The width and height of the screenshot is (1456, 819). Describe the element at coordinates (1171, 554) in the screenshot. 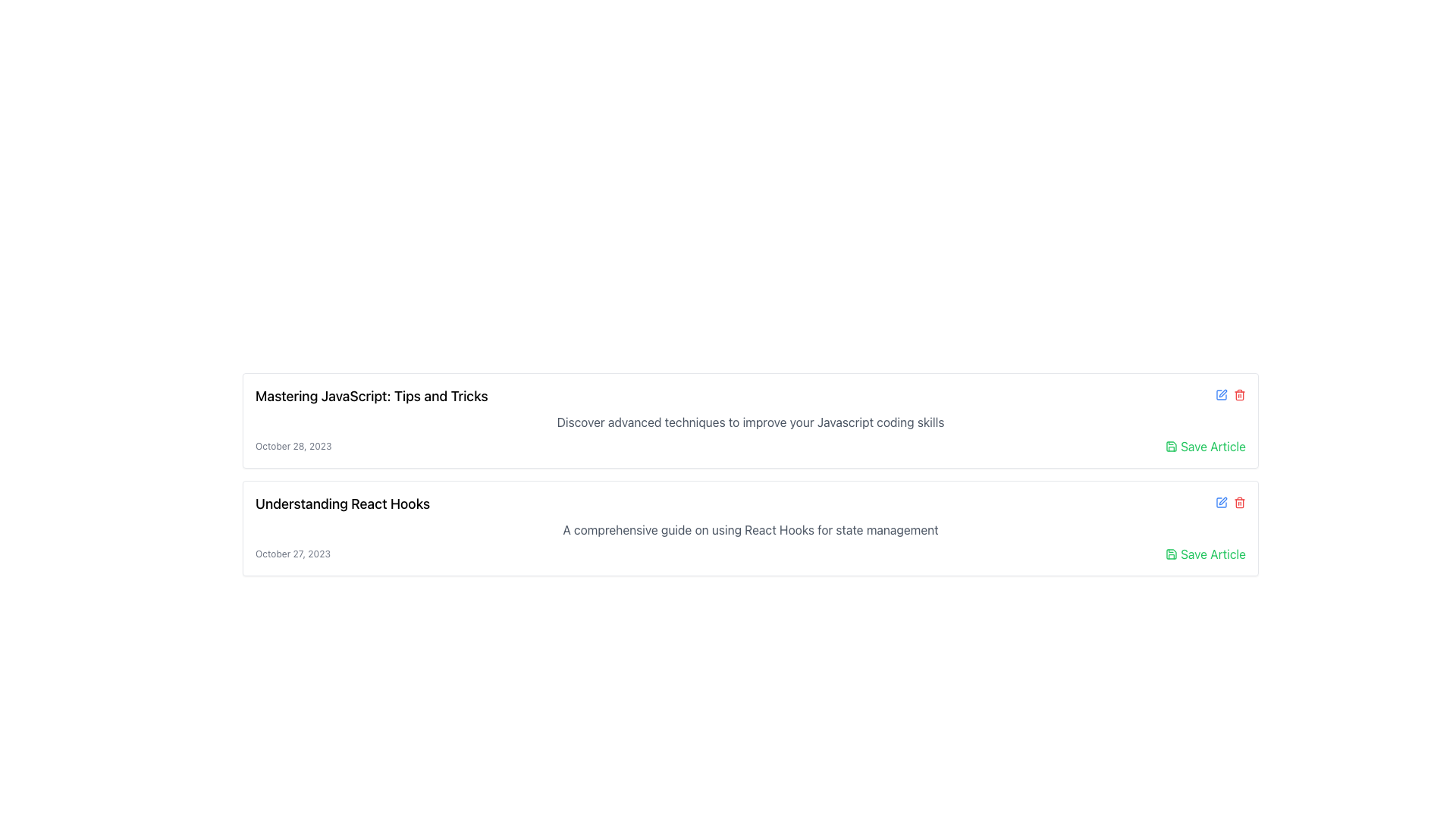

I see `the 'Save Article' button icon located on the right-hand side of the button's label` at that location.